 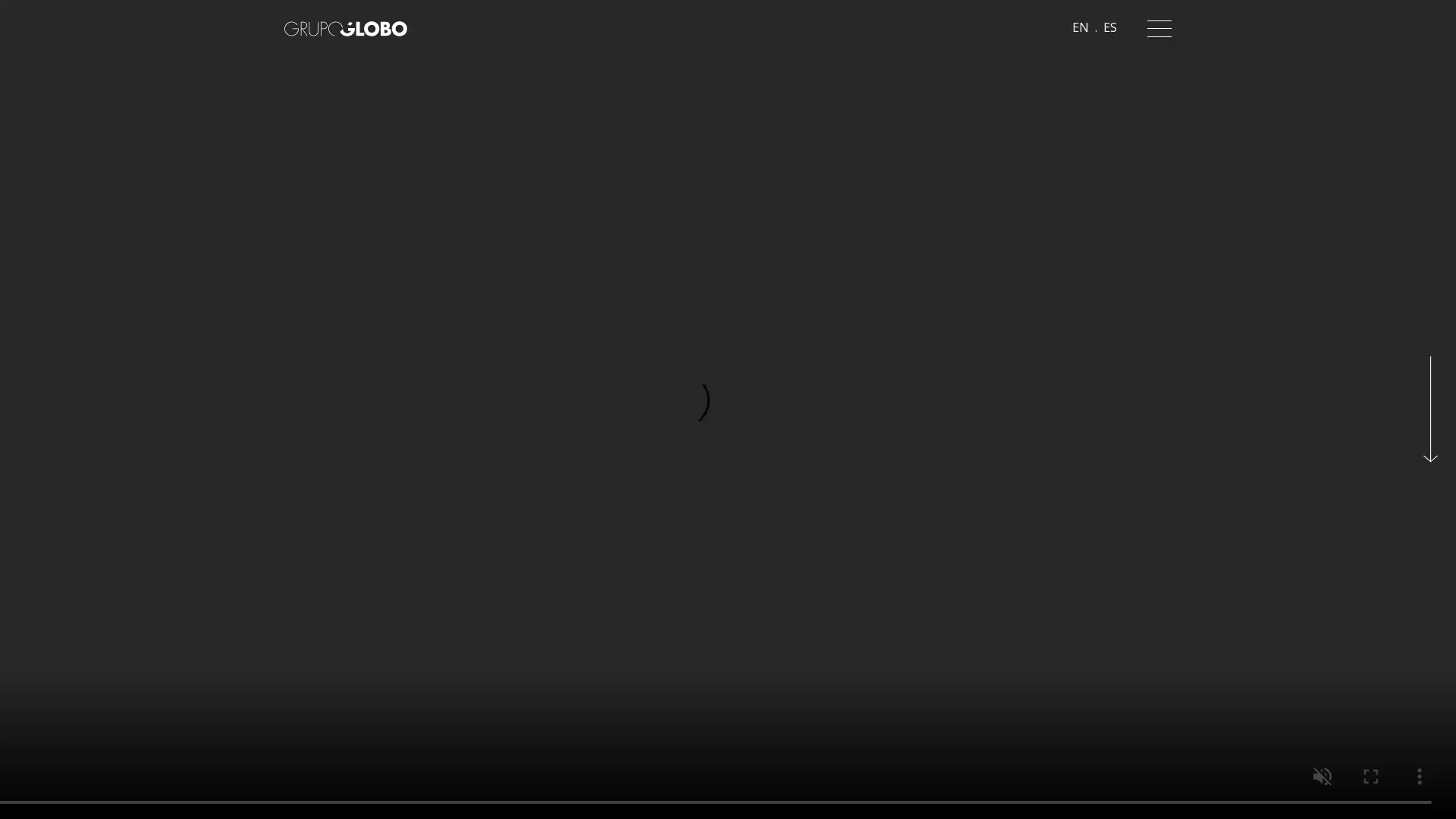 What do you see at coordinates (1371, 776) in the screenshot?
I see `enter full screen` at bounding box center [1371, 776].